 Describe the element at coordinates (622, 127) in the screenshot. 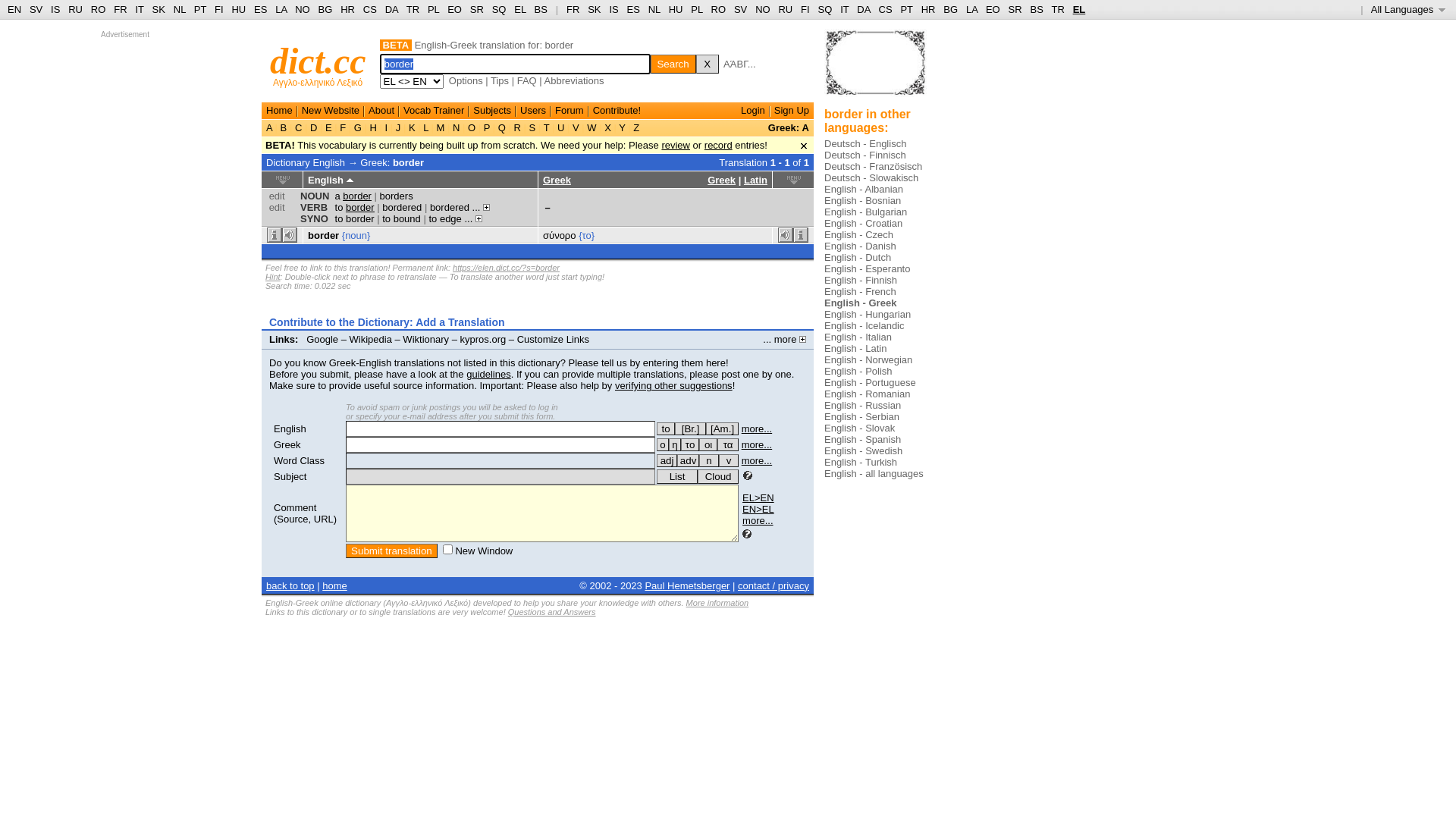

I see `'Y'` at that location.